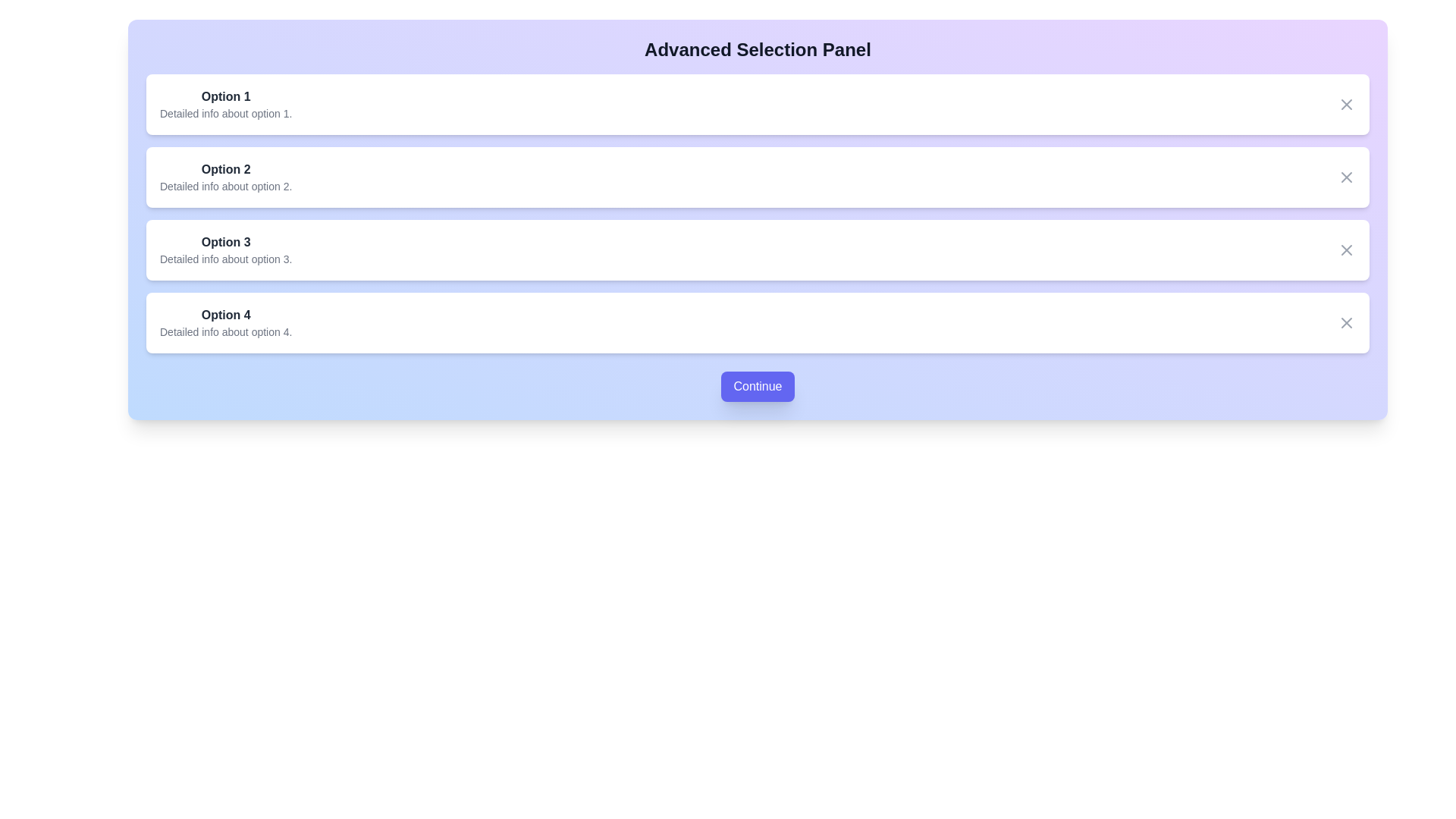 This screenshot has height=819, width=1456. What do you see at coordinates (1347, 322) in the screenshot?
I see `the Close button represented by an 'X' icon located at the far-right end of the fourth option's row` at bounding box center [1347, 322].